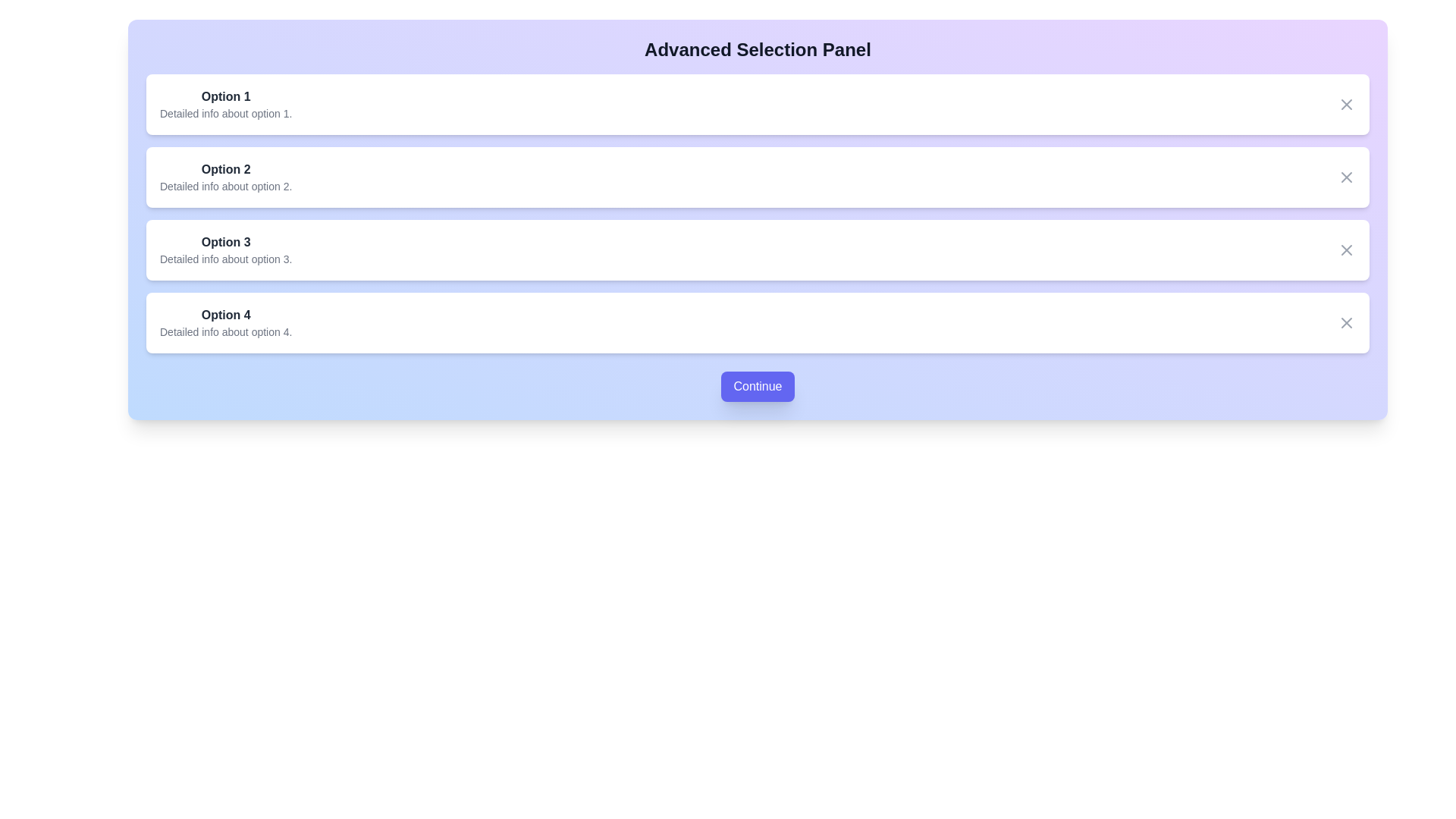 This screenshot has height=819, width=1456. What do you see at coordinates (1347, 322) in the screenshot?
I see `the Close button represented by an 'X' icon located at the far-right end of the fourth option's row` at bounding box center [1347, 322].